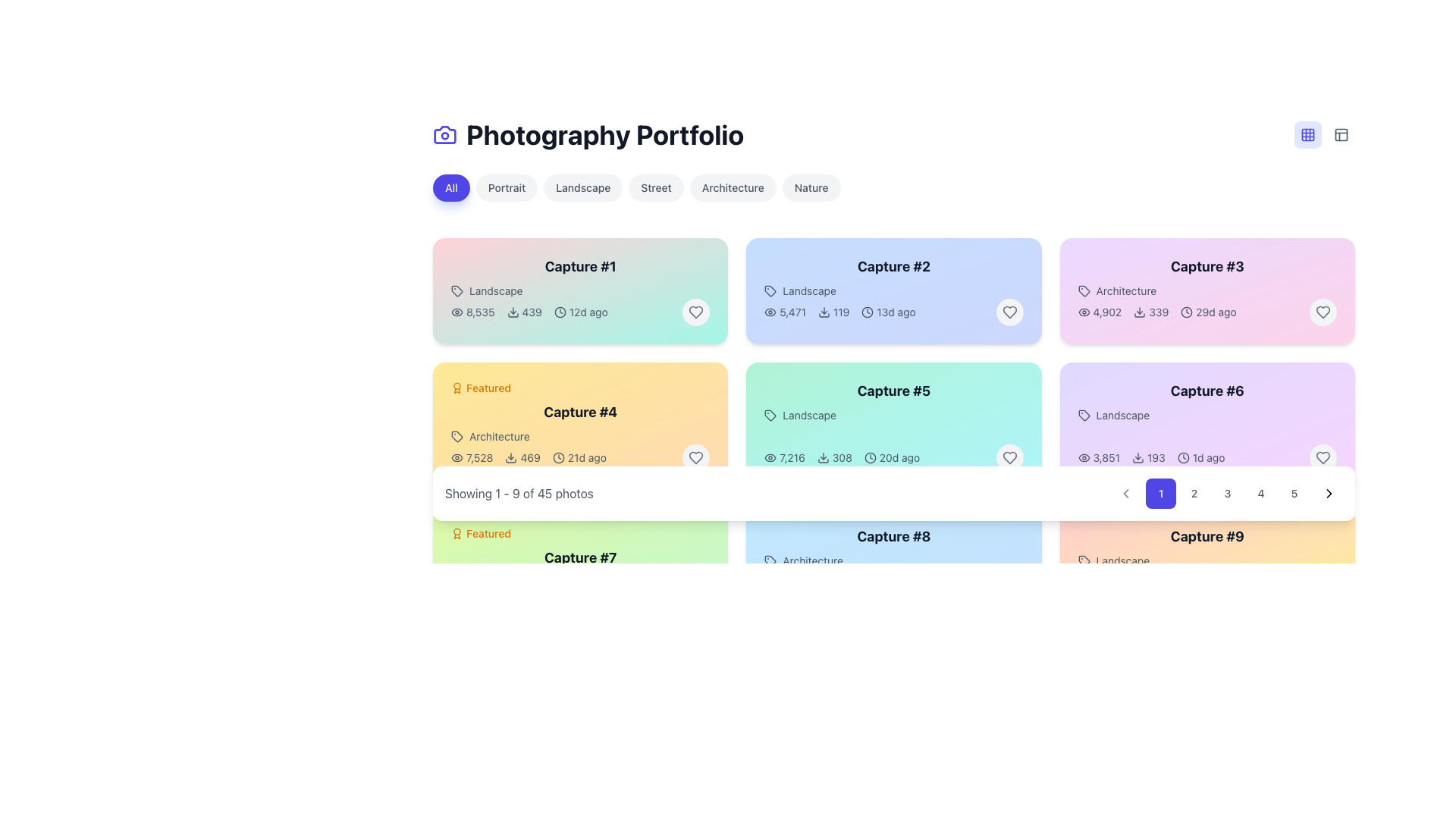 This screenshot has width=1456, height=819. I want to click on the button in the upper-right corner of the 'Capture #3' card, so click(1328, 262).